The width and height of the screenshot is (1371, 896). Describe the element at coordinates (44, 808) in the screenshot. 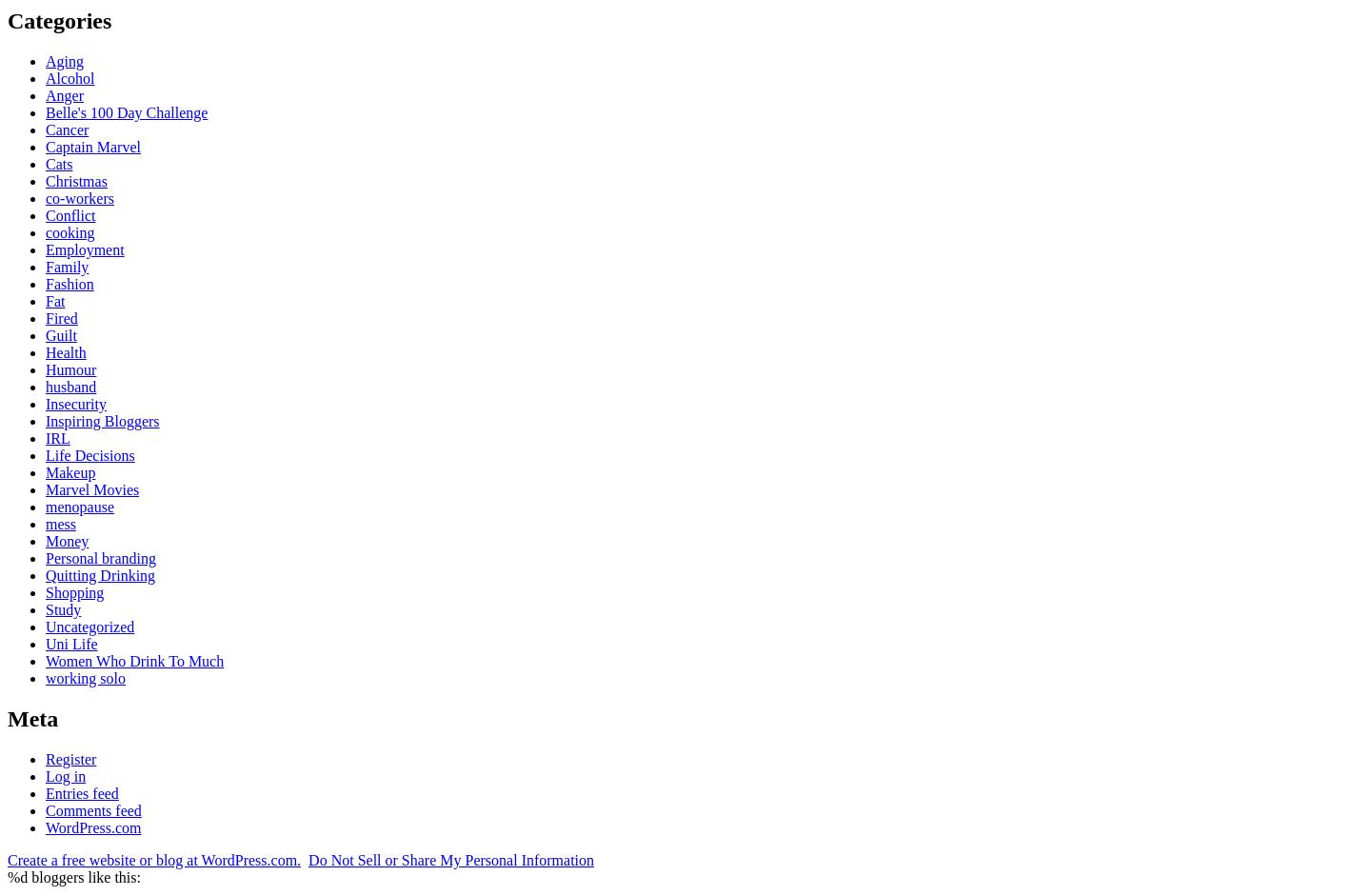

I see `'Comments feed'` at that location.